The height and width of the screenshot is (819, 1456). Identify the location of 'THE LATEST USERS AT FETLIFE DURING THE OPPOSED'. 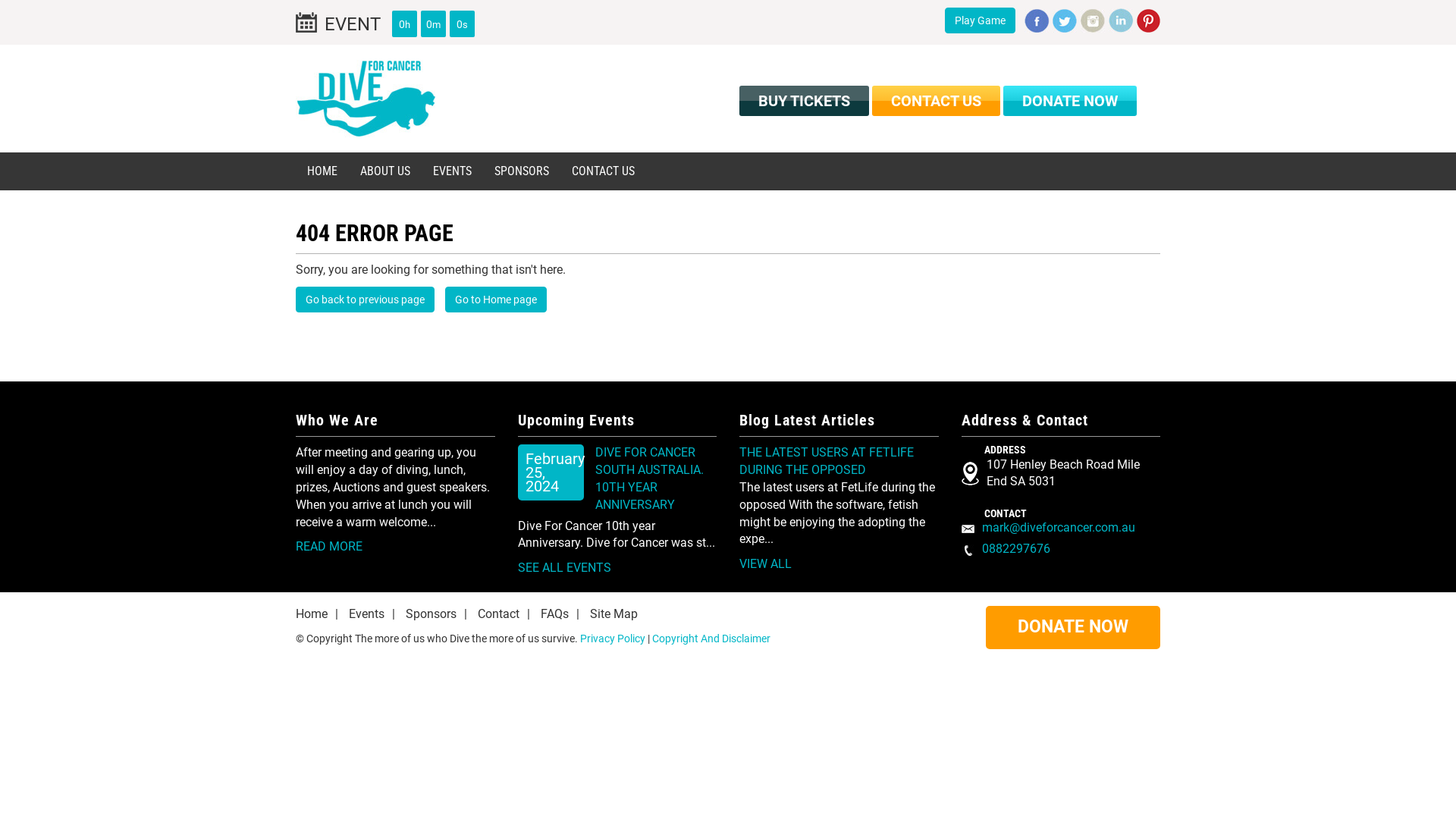
(825, 460).